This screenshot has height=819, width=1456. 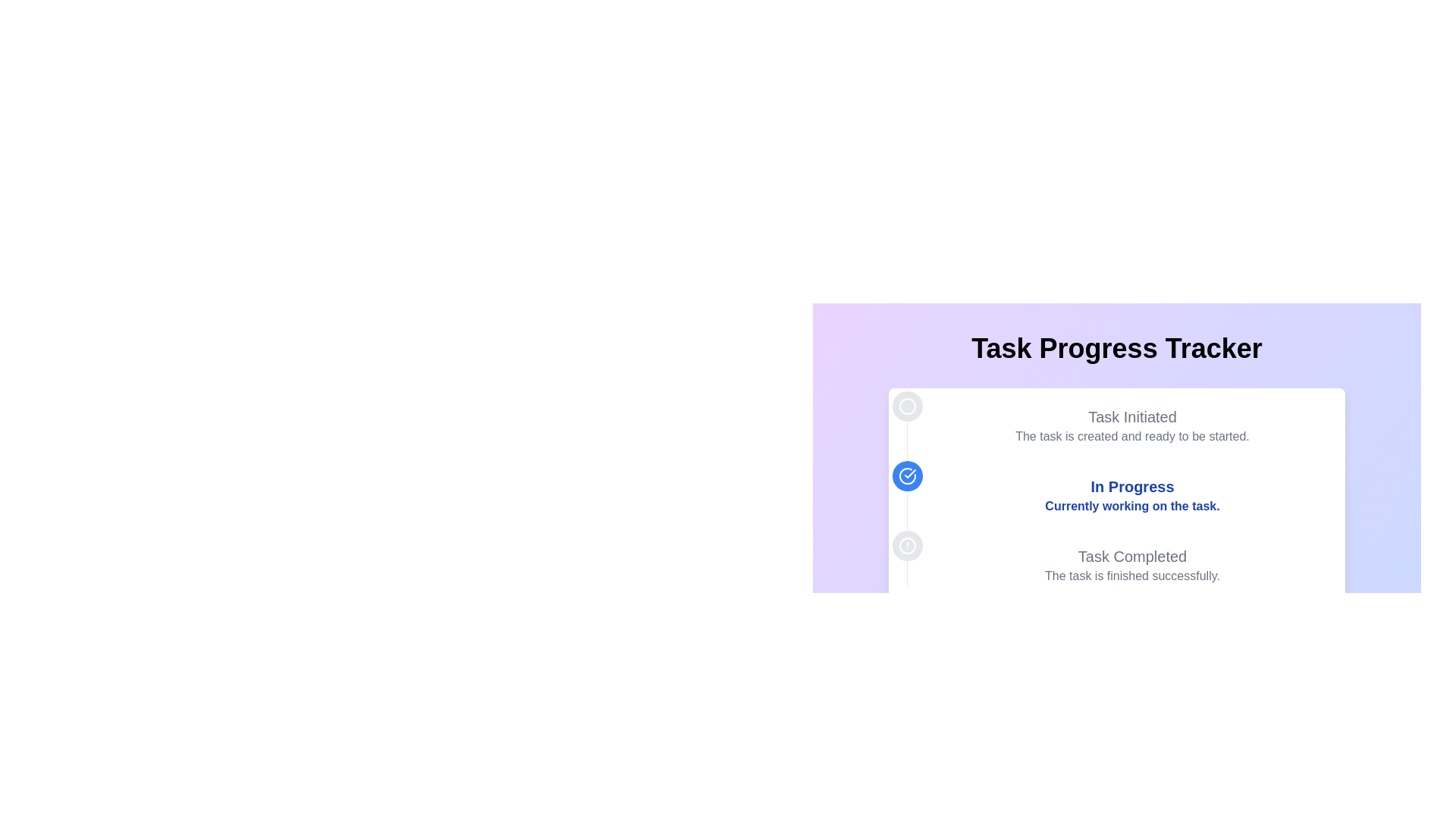 I want to click on the center of the topmost circular progress marker in the task progress tracker, so click(x=908, y=406).